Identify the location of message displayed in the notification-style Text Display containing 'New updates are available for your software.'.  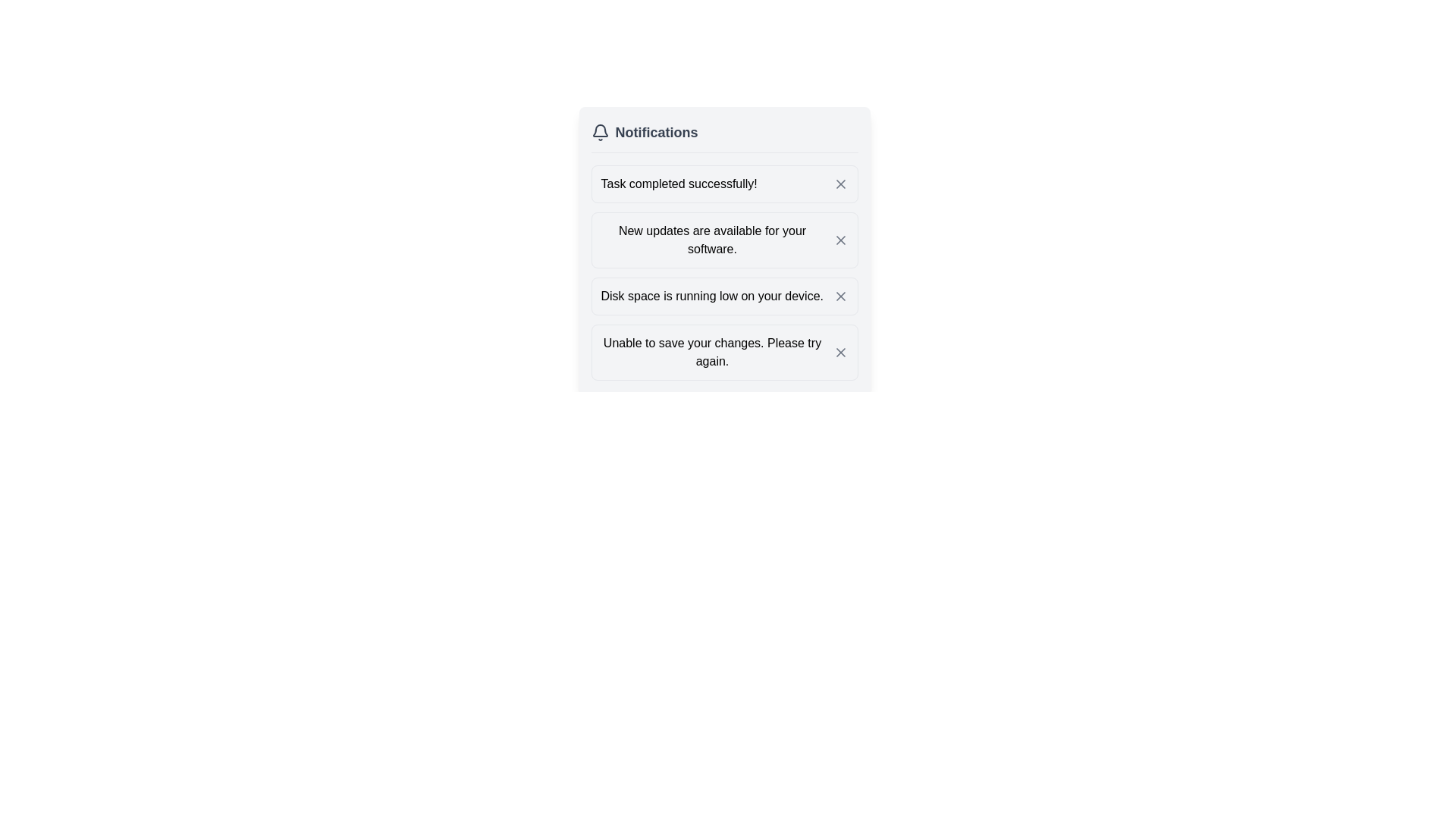
(711, 239).